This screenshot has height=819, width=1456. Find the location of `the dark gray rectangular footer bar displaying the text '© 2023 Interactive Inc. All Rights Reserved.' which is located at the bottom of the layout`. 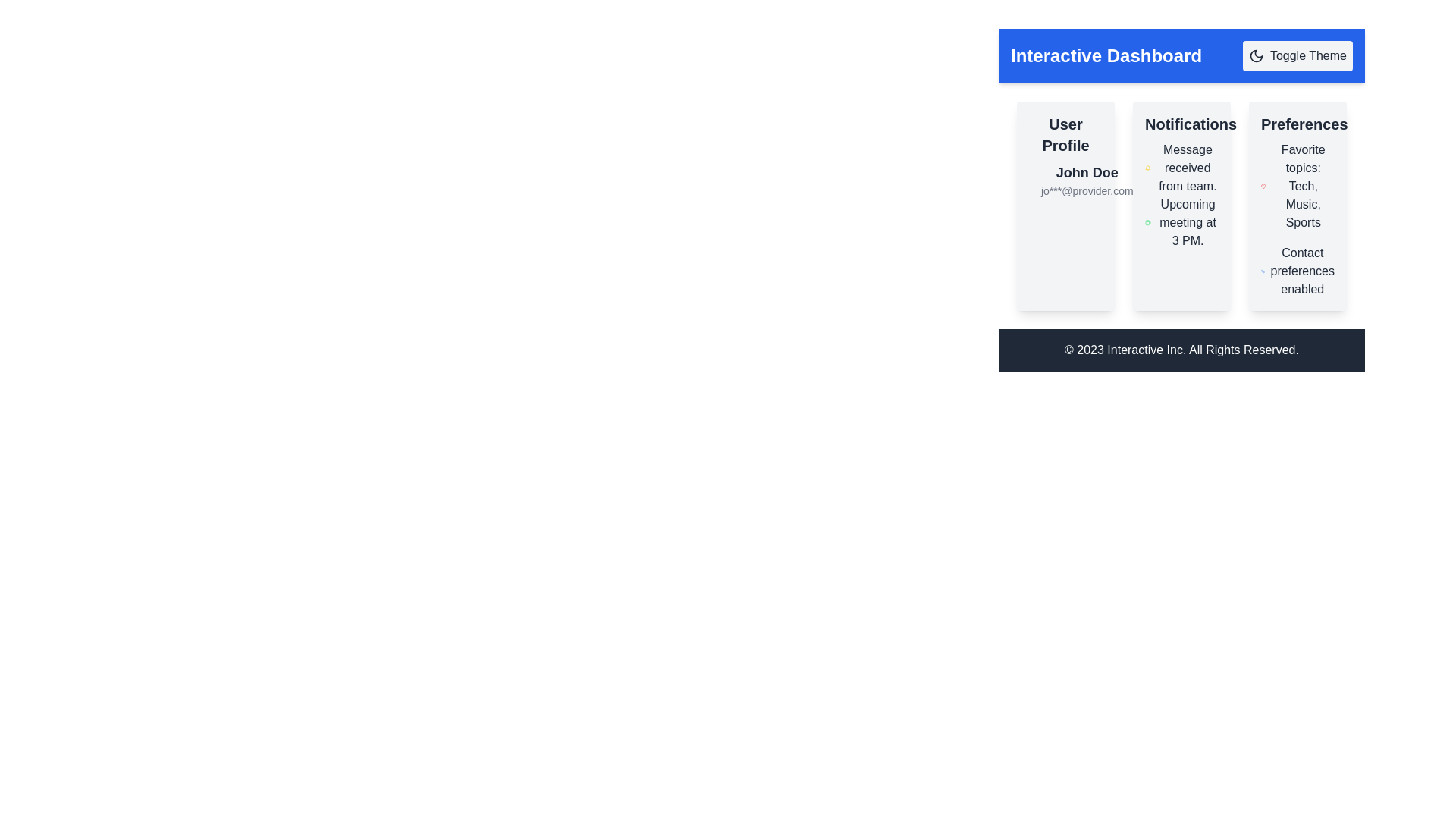

the dark gray rectangular footer bar displaying the text '© 2023 Interactive Inc. All Rights Reserved.' which is located at the bottom of the layout is located at coordinates (1181, 350).